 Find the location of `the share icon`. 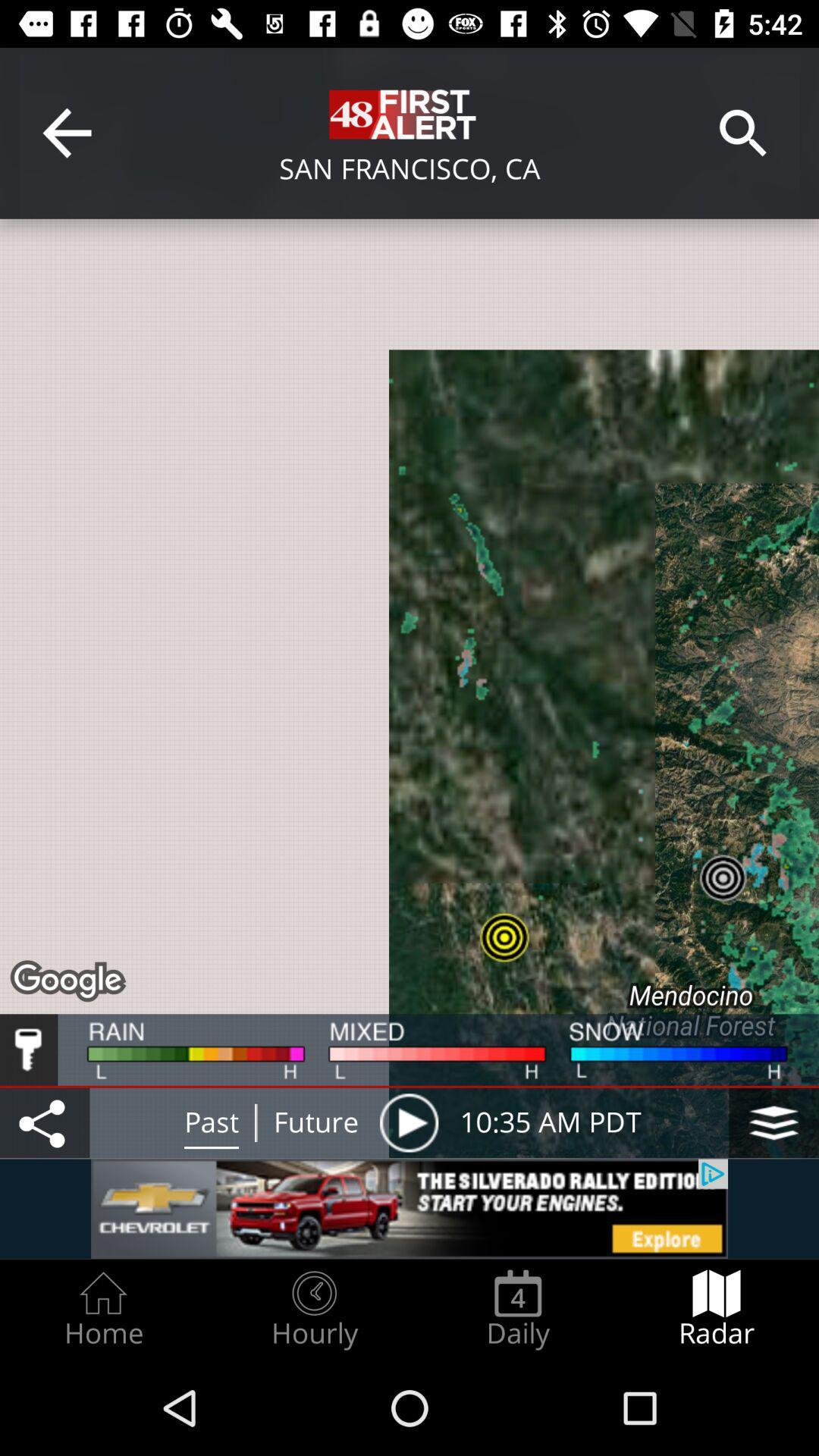

the share icon is located at coordinates (44, 1122).